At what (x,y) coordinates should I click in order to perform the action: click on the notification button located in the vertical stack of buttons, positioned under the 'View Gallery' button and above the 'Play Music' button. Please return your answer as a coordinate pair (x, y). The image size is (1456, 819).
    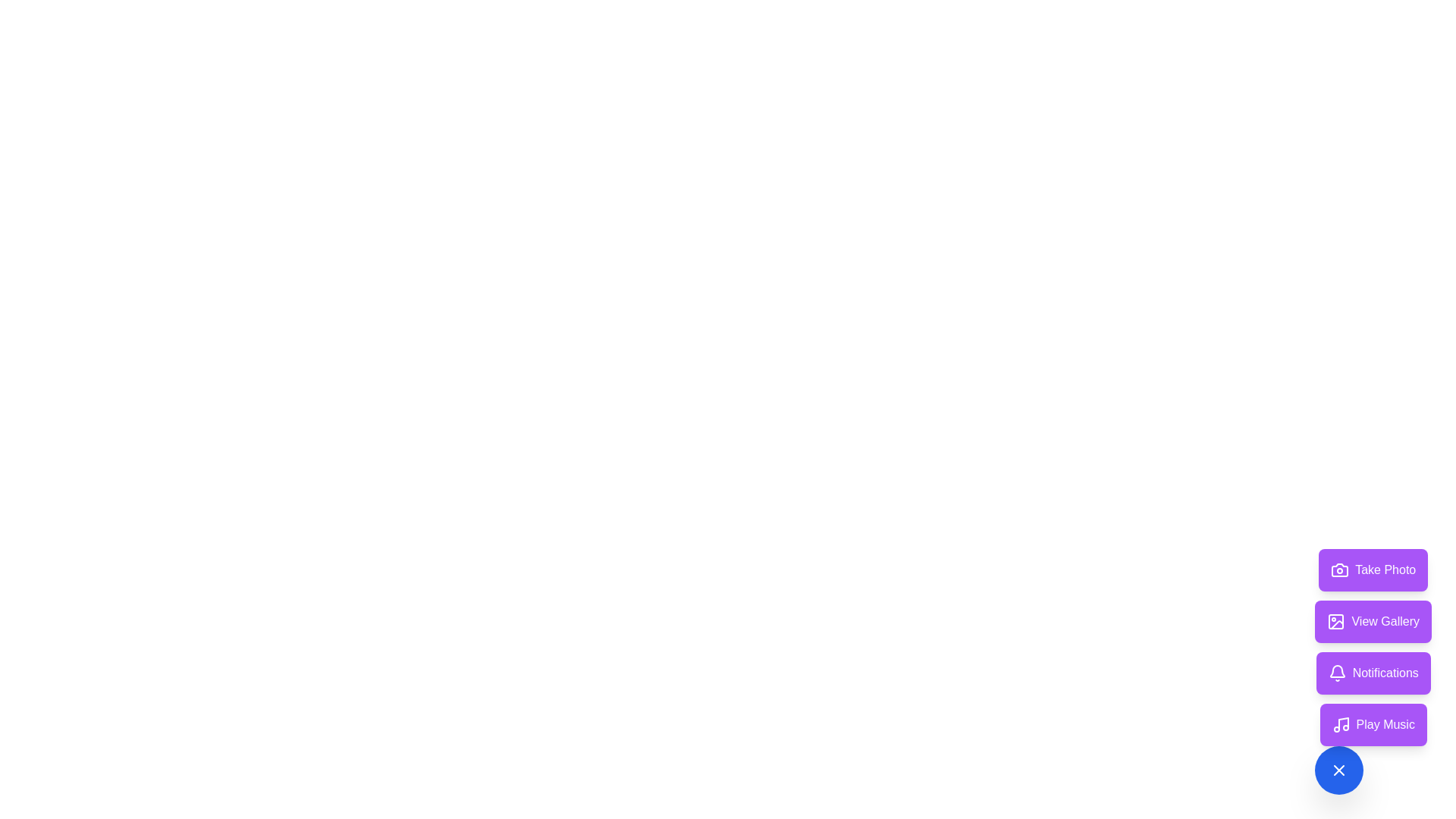
    Looking at the image, I should click on (1373, 672).